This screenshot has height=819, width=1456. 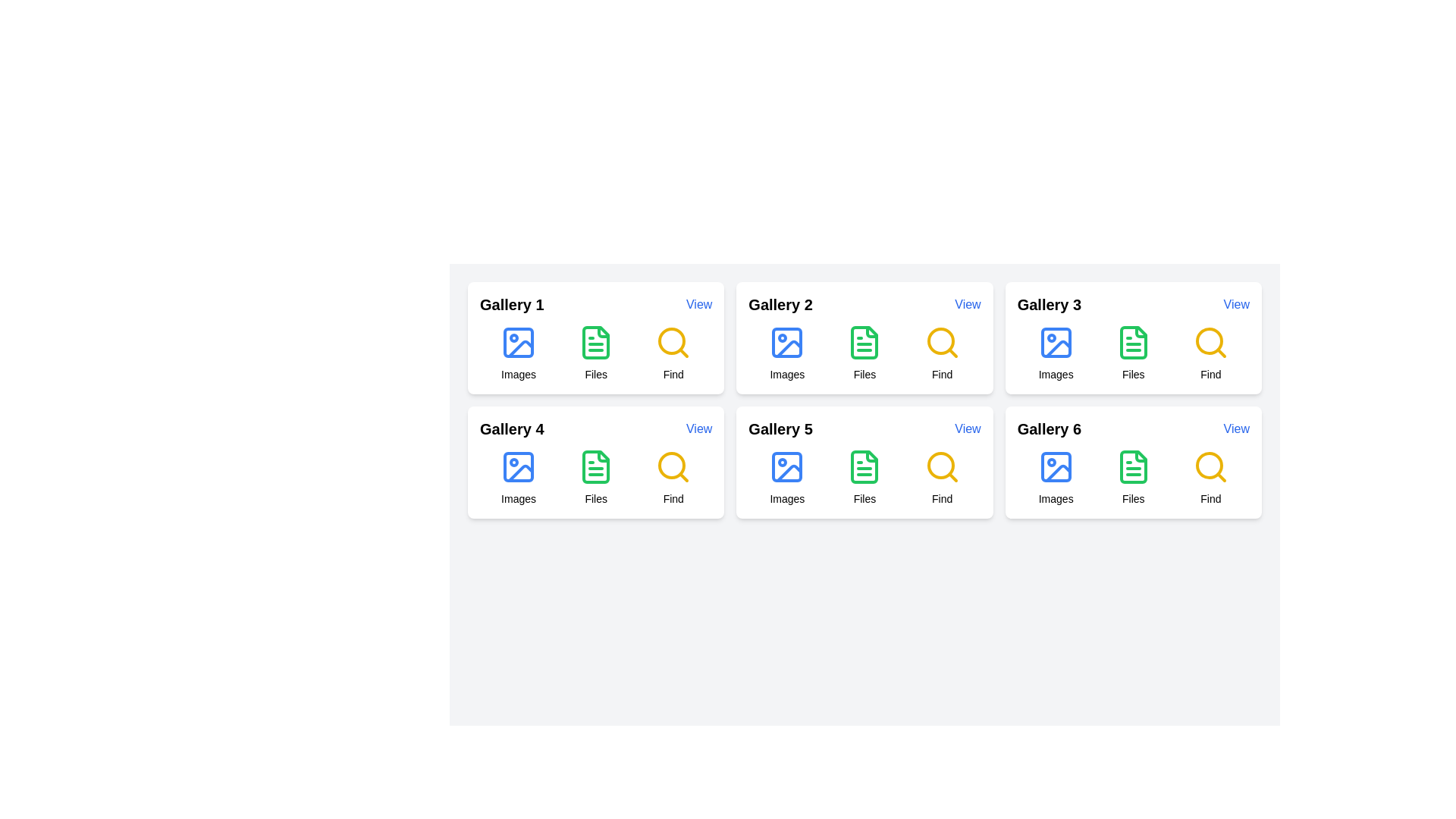 I want to click on the leftmost icon in the 'Gallery 6' section, so click(x=1055, y=476).